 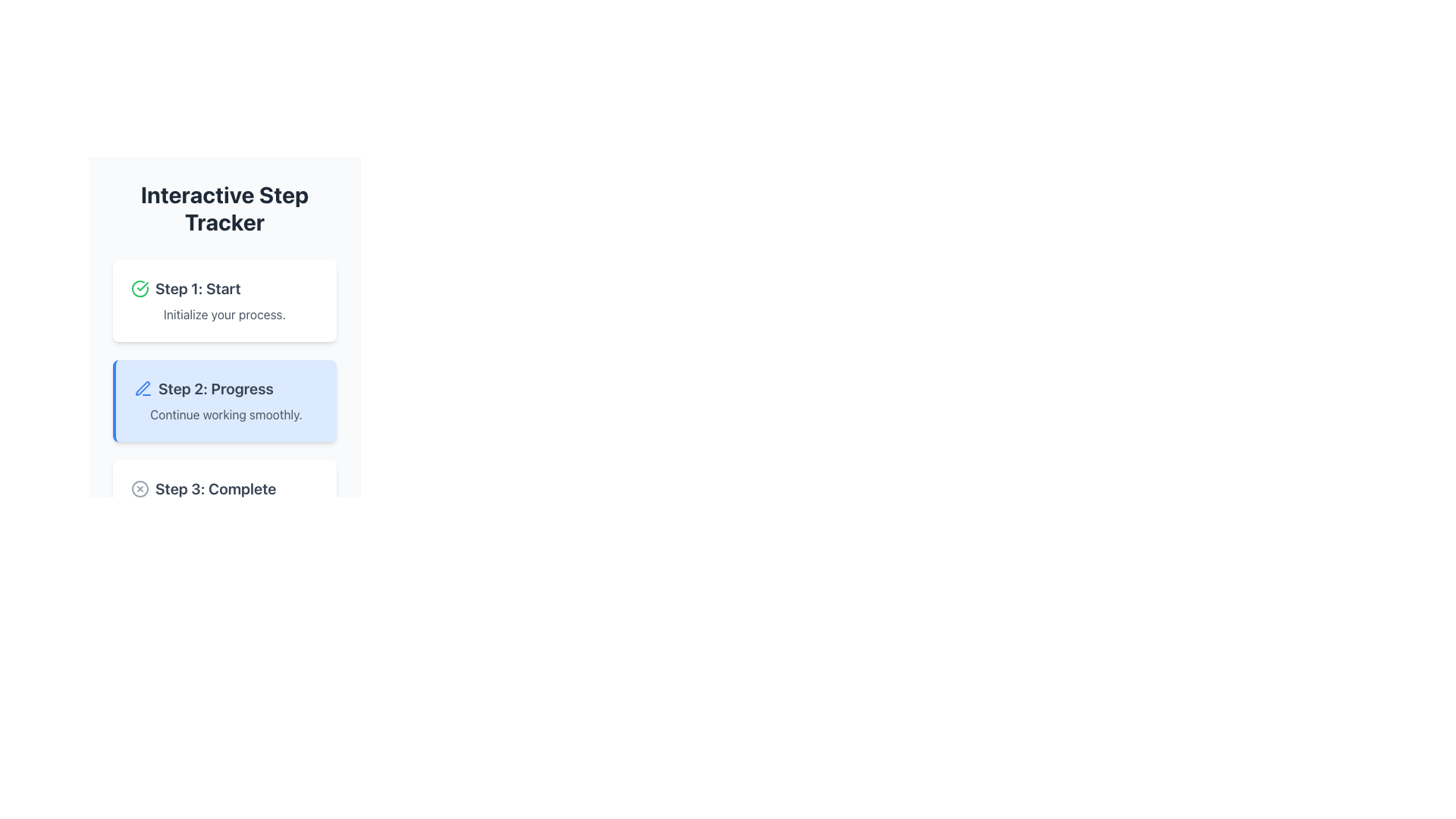 I want to click on the circular outline graphic representing Step 1 in the Interactive Step Tracker, which indicates completion with a green stroke, so click(x=140, y=289).